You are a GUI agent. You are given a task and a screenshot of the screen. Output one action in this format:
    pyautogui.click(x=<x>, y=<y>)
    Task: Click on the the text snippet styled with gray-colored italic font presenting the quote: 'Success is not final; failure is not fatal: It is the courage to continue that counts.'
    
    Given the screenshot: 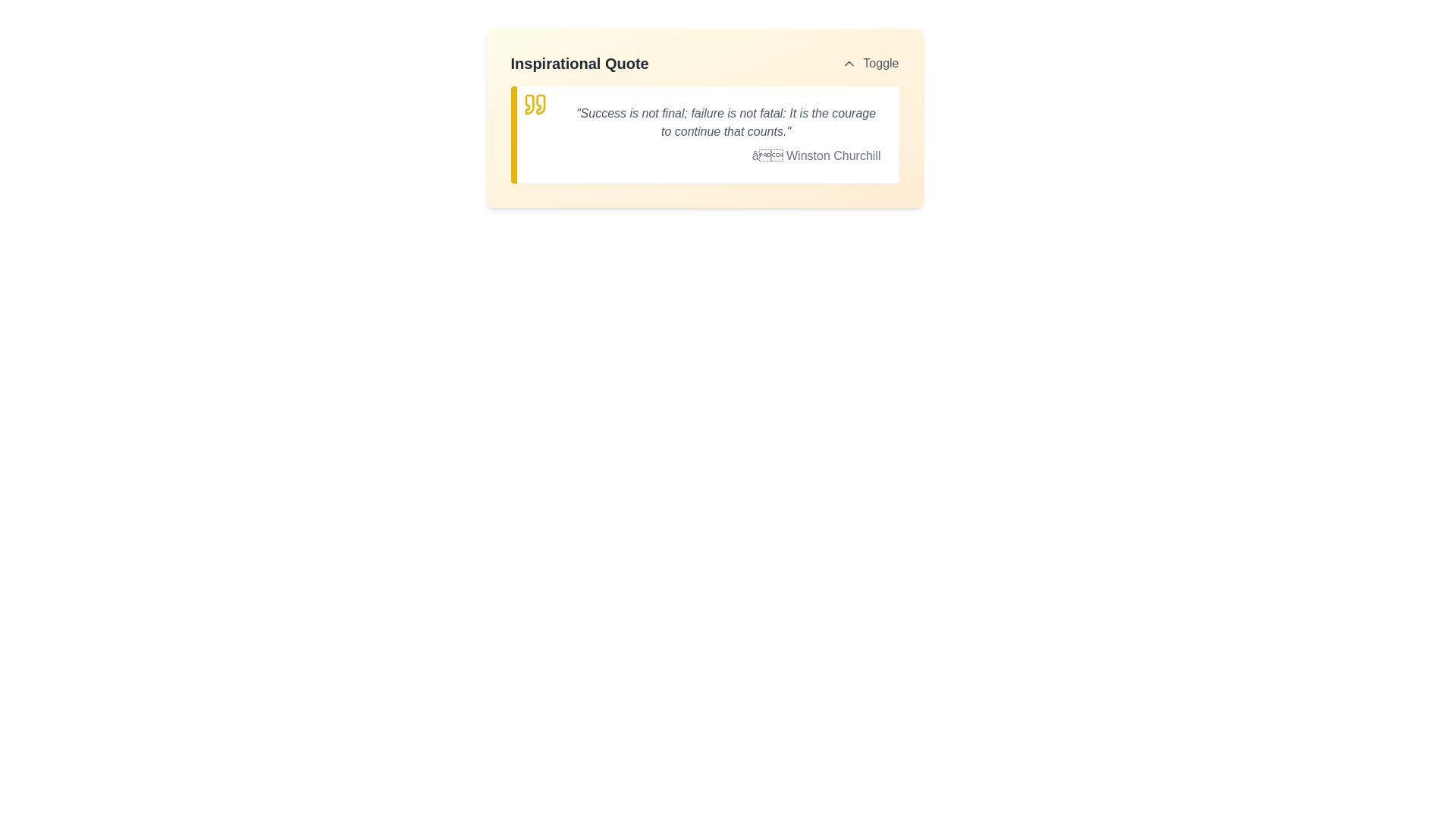 What is the action you would take?
    pyautogui.click(x=707, y=122)
    